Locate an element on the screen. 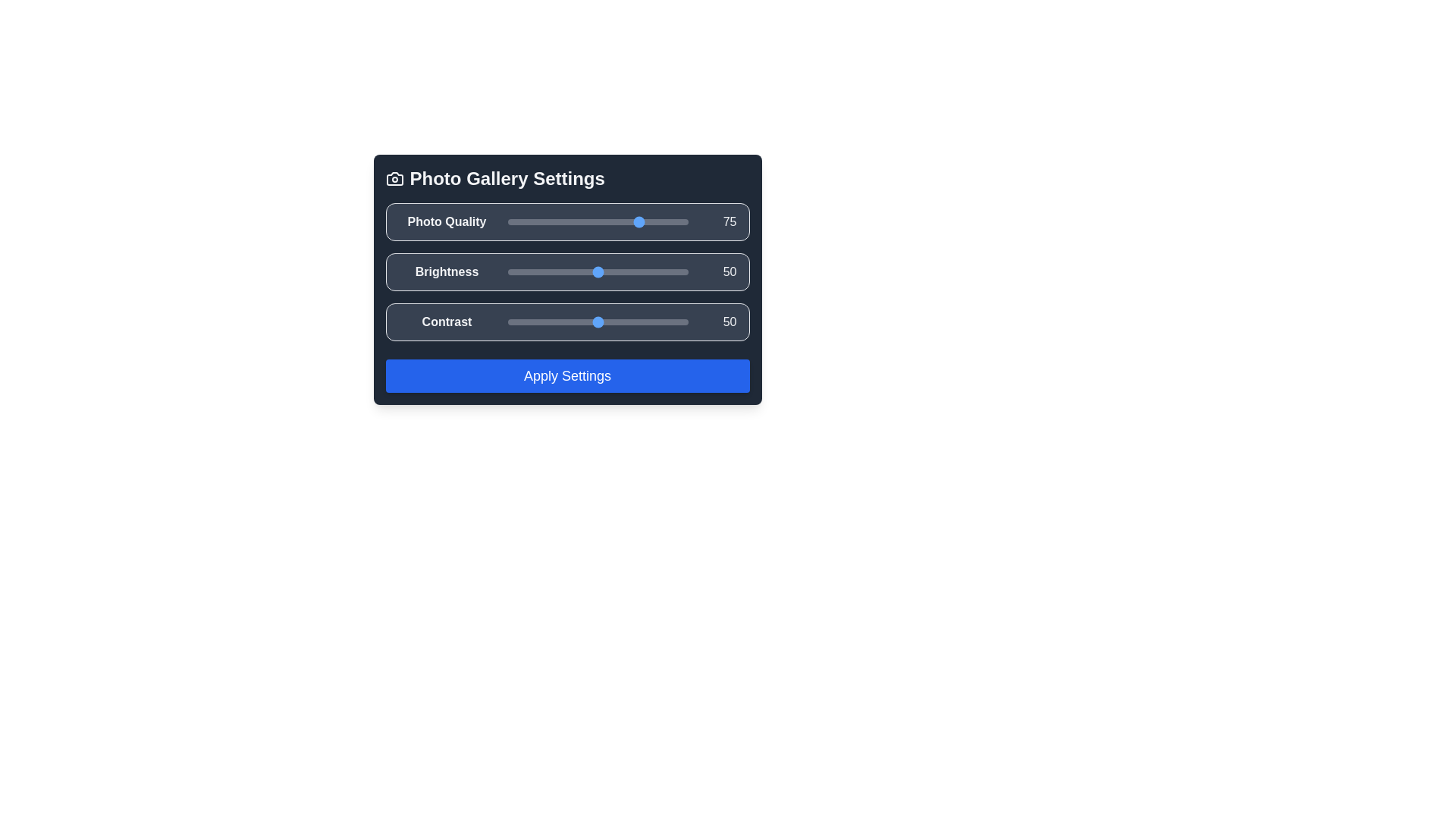 This screenshot has width=1456, height=819. the contrast level is located at coordinates (648, 321).